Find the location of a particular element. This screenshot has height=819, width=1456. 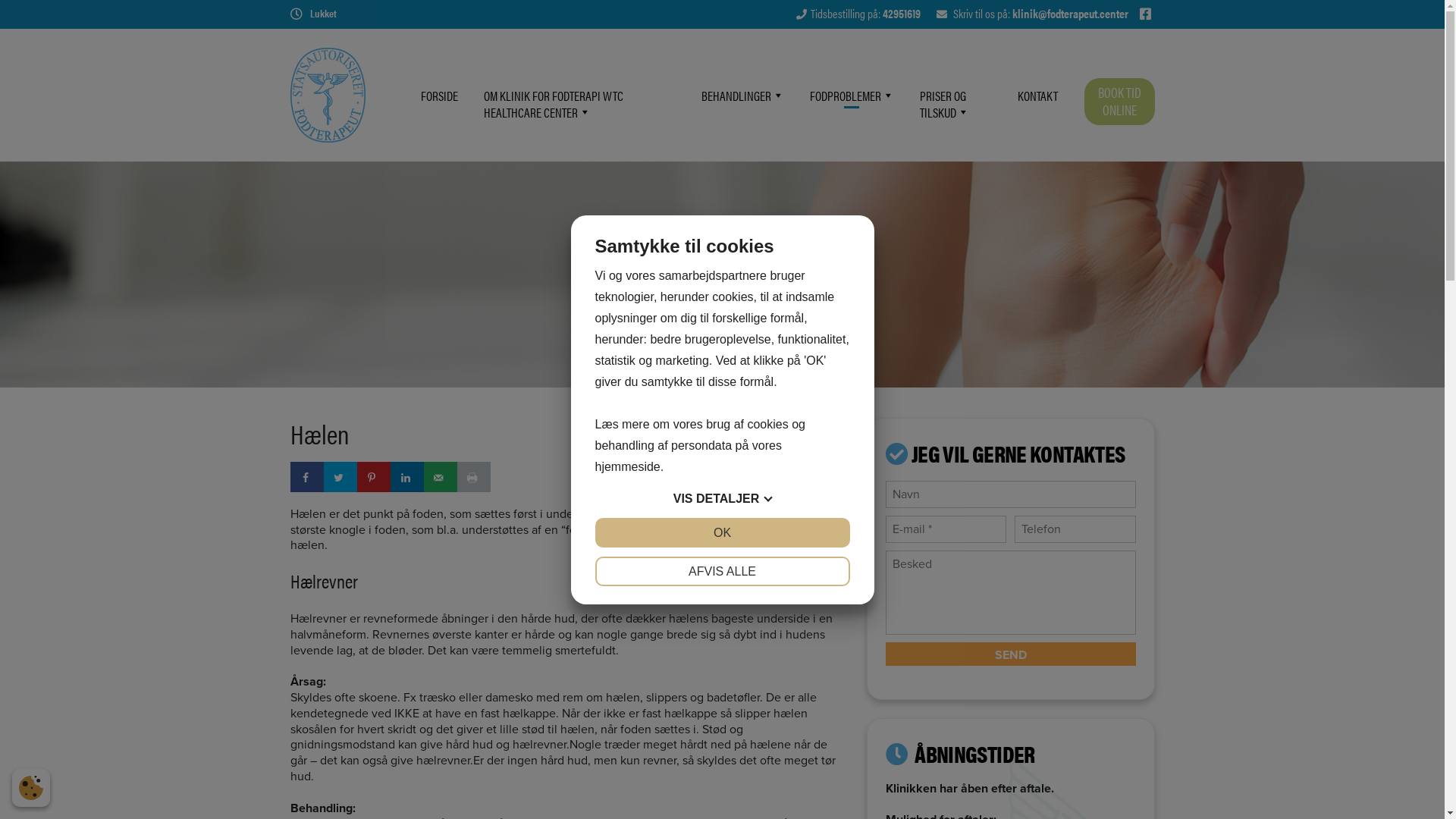

'OK' is located at coordinates (720, 531).